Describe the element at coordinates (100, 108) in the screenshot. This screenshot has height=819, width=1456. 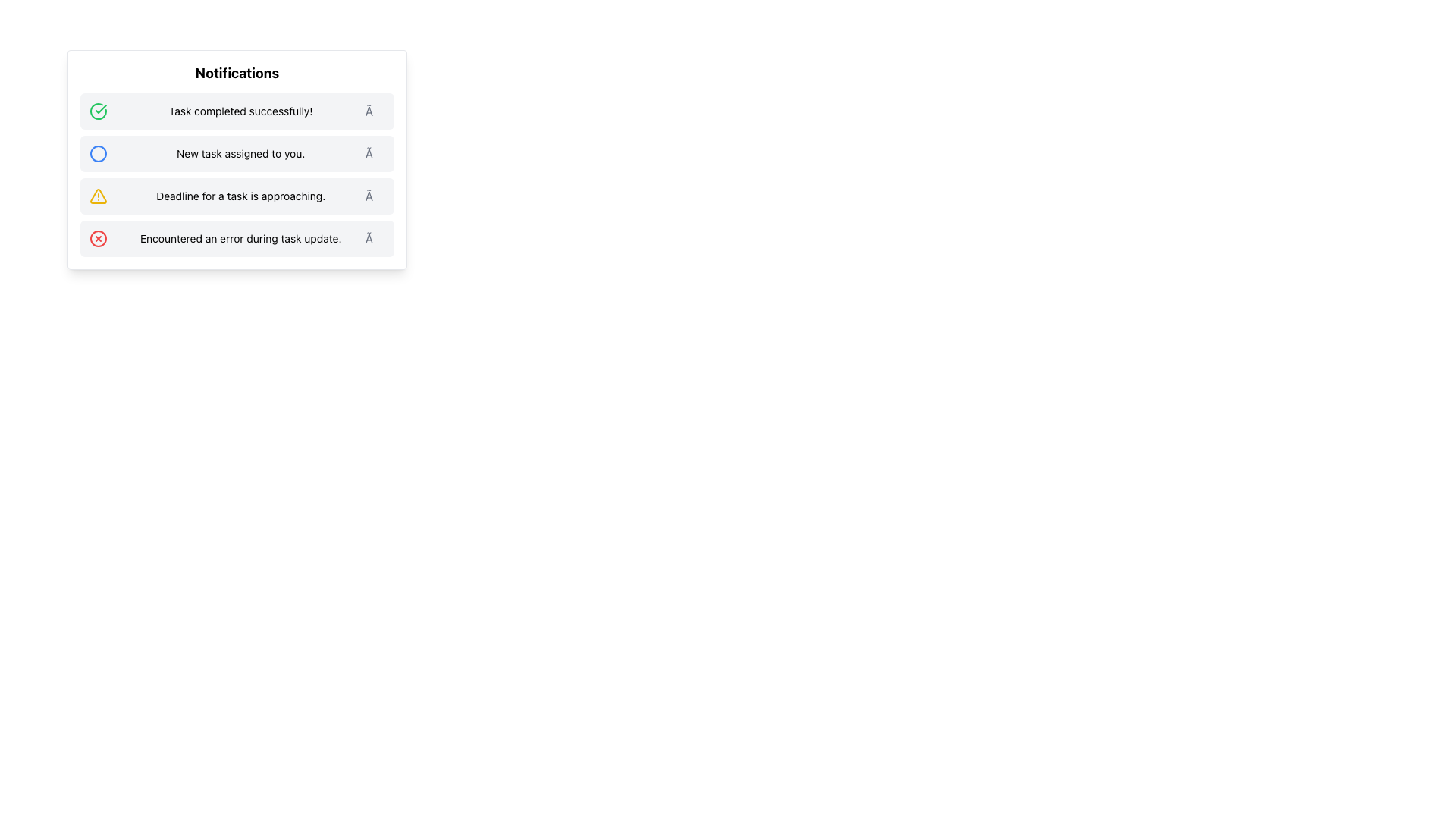
I see `the green checkmark icon within the 'Task completed successfully!' notification, which is located to the left of the notification text` at that location.